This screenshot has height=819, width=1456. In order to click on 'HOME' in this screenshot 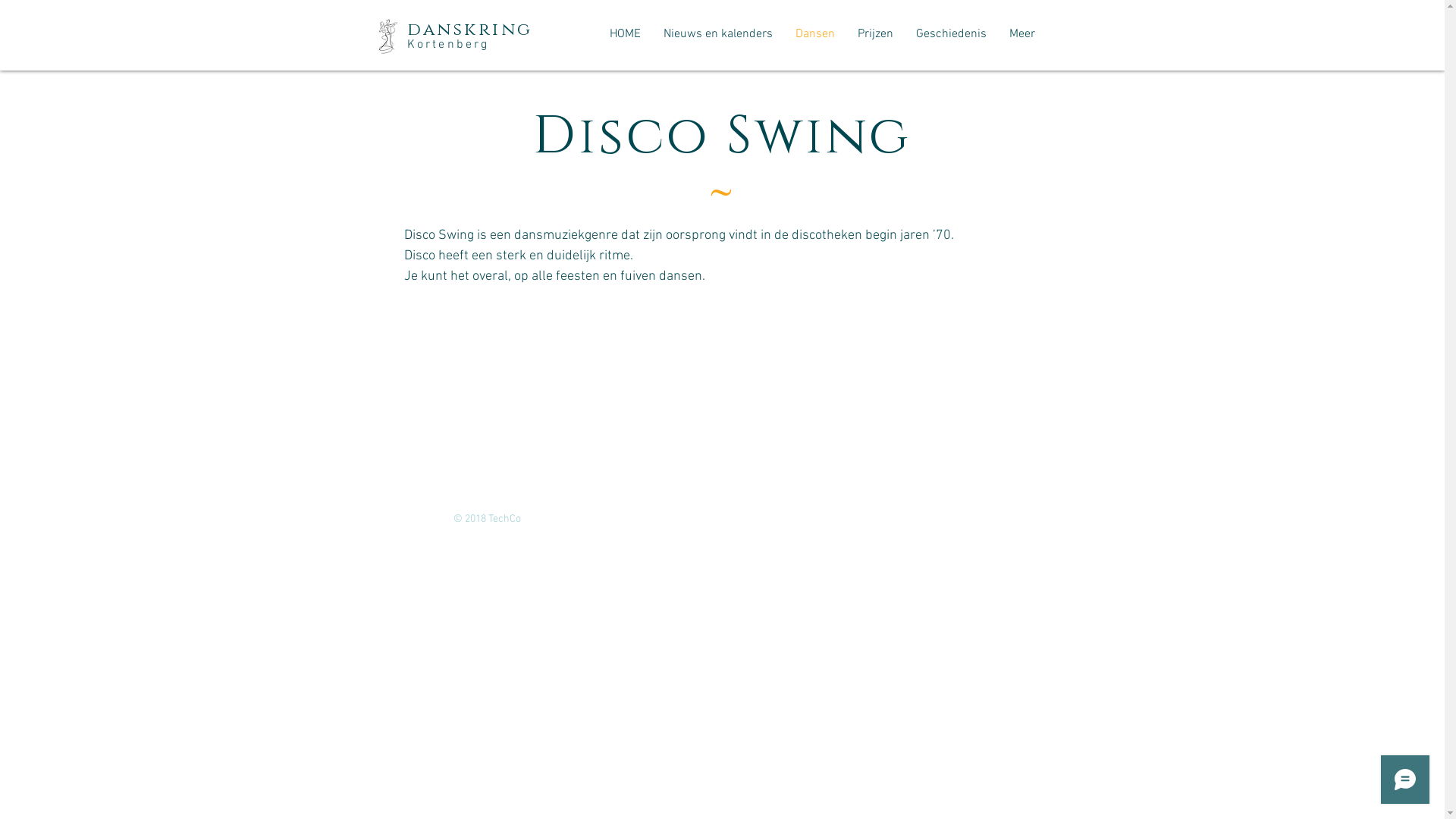, I will do `click(624, 34)`.